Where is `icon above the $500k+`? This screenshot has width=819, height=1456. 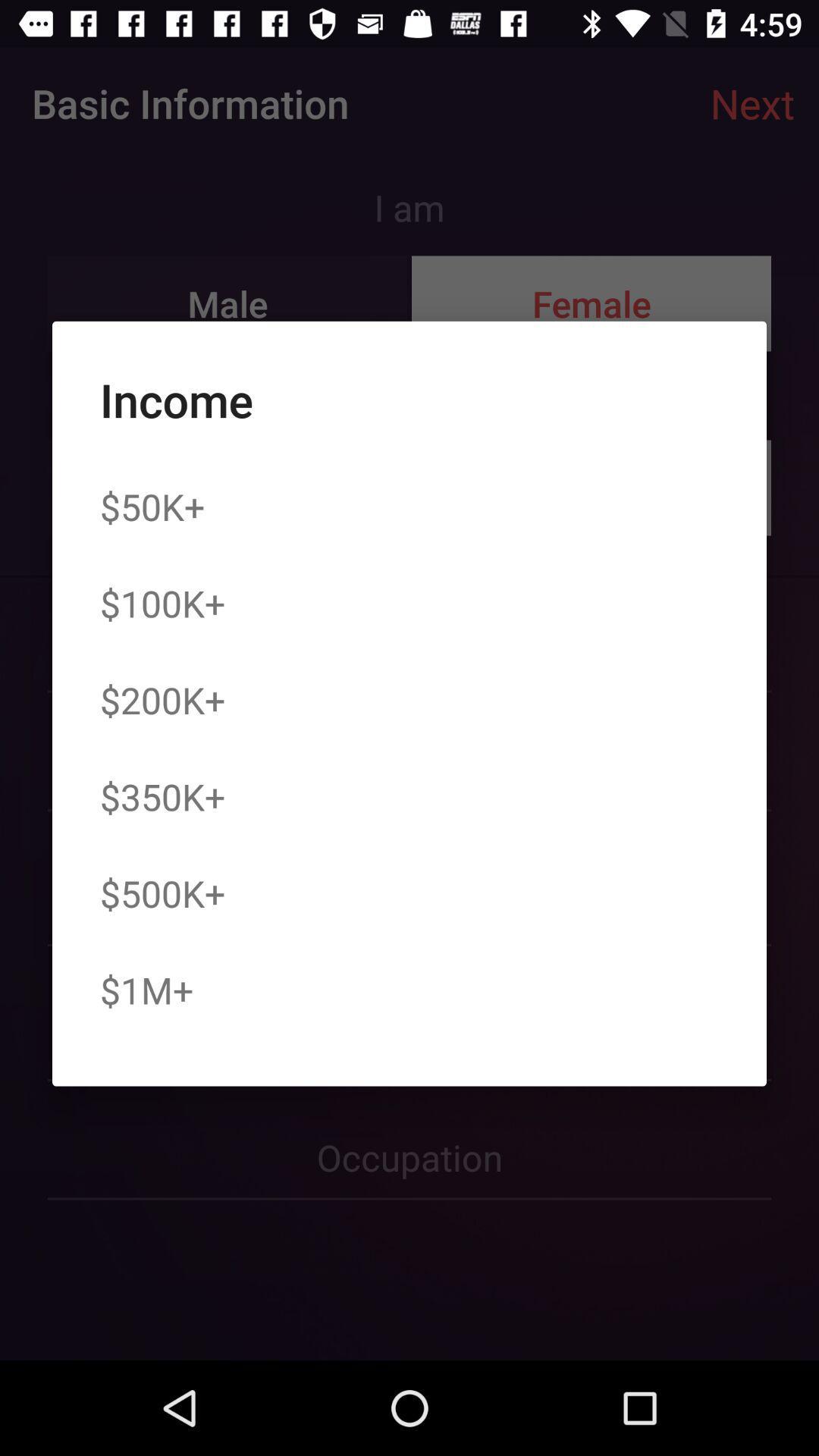 icon above the $500k+ is located at coordinates (162, 795).